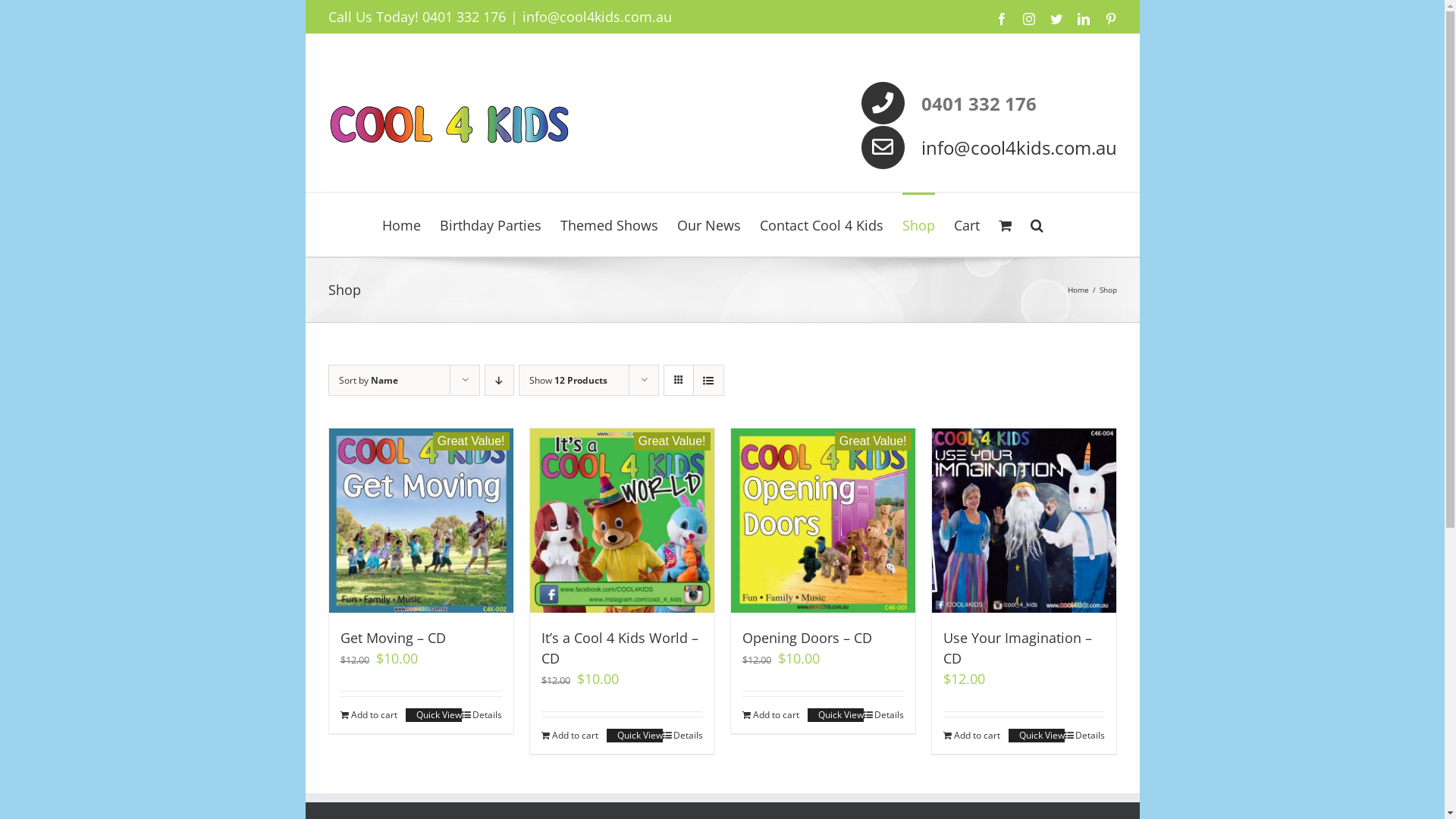 This screenshot has height=819, width=1456. Describe the element at coordinates (368, 714) in the screenshot. I see `'Add to cart'` at that location.